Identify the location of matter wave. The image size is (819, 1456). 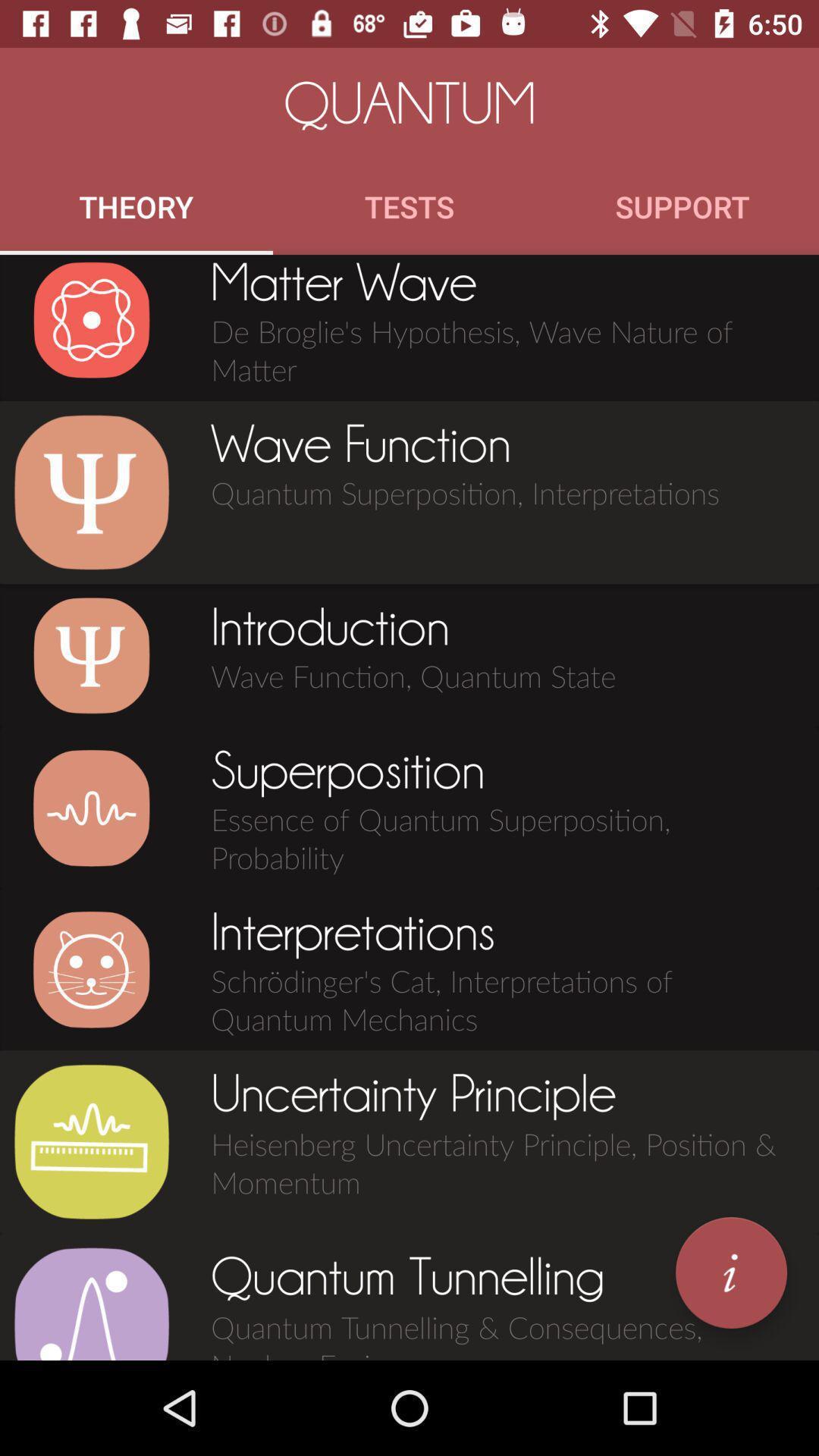
(91, 319).